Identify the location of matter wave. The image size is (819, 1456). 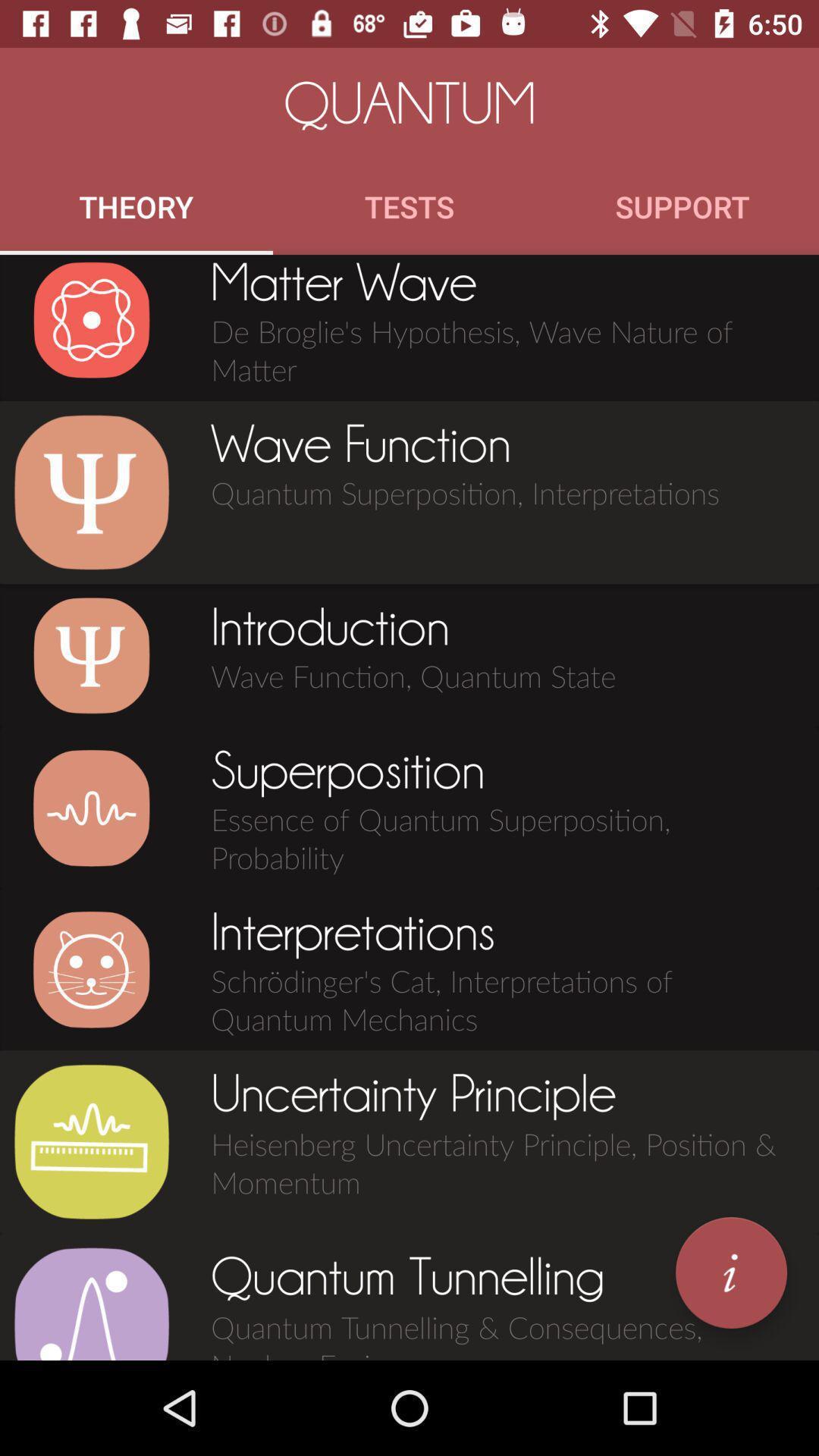
(91, 319).